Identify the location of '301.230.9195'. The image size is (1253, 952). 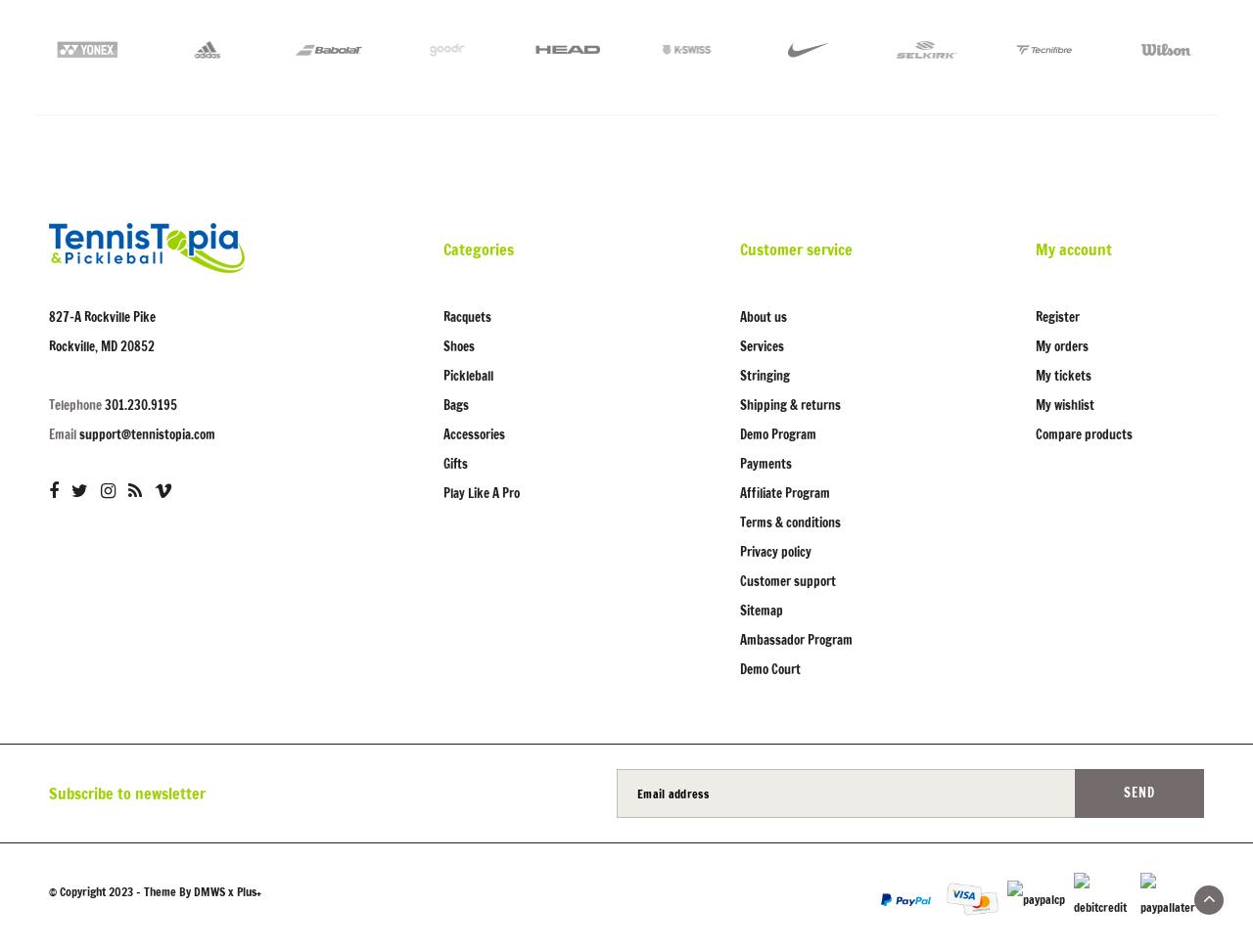
(140, 404).